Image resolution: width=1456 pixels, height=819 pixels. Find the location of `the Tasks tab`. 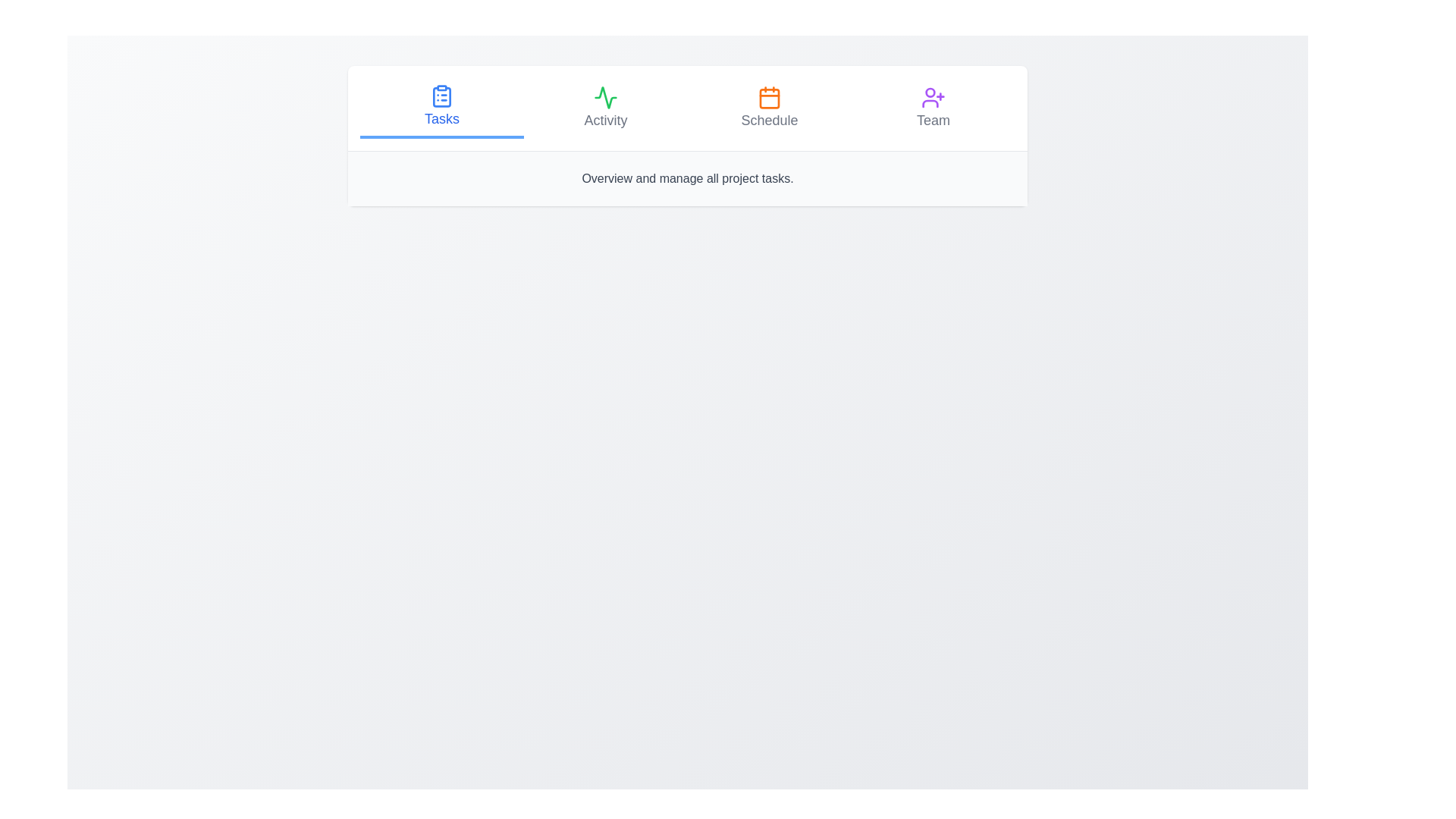

the Tasks tab is located at coordinates (441, 107).